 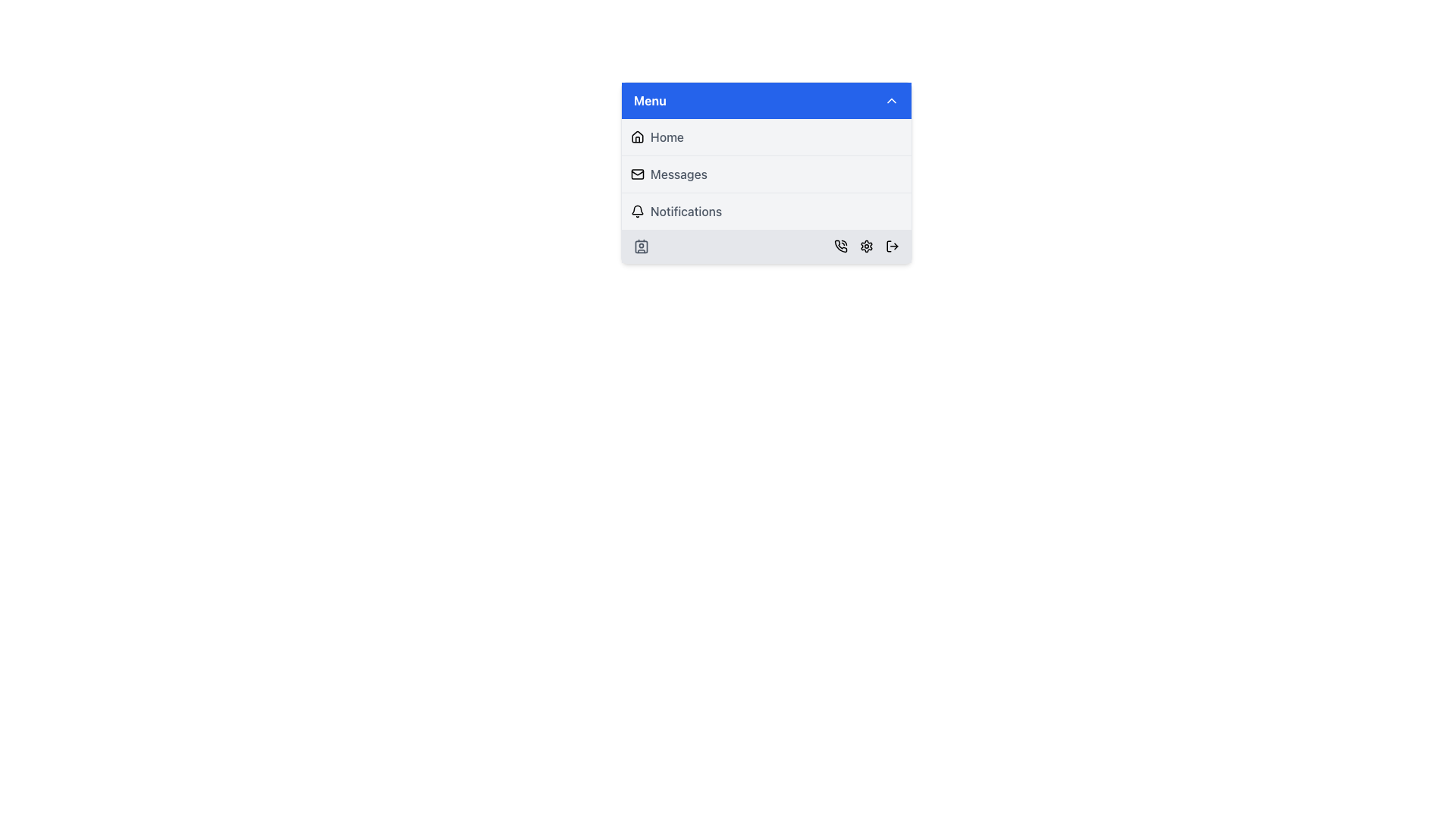 What do you see at coordinates (637, 174) in the screenshot?
I see `the 'Messages' icon located on the left side of the 'Messages' row in the vertical menu` at bounding box center [637, 174].